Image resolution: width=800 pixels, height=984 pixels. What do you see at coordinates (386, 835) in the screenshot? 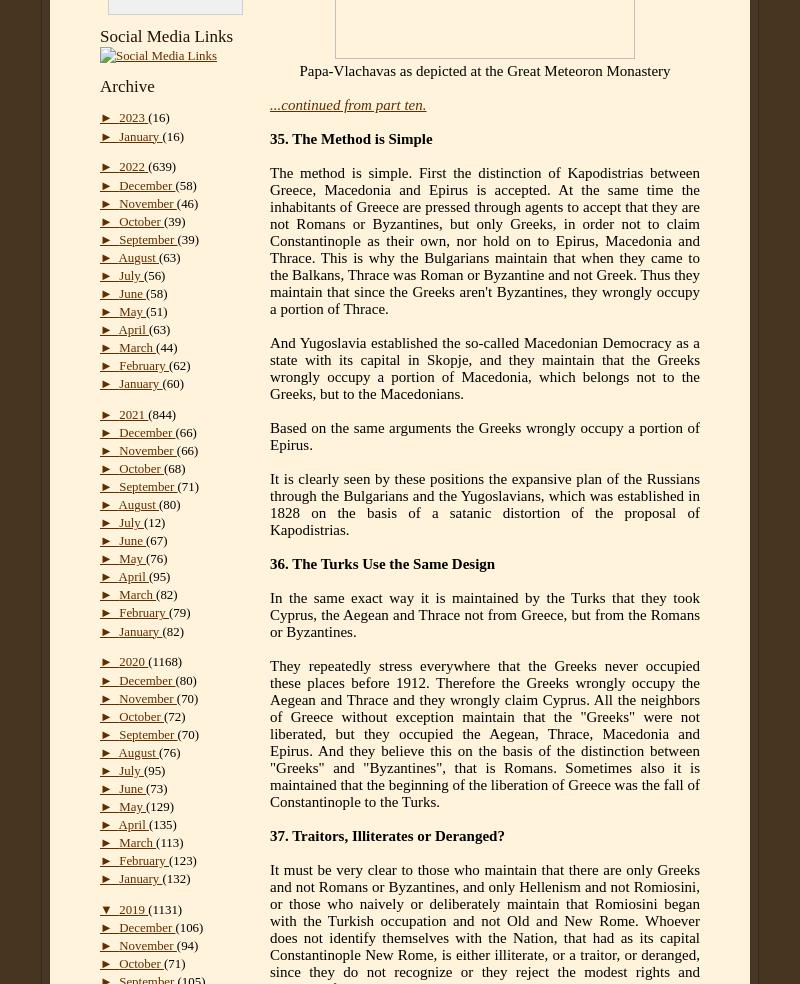
I see `'37. Traitors, Illiterates or Deranged?'` at bounding box center [386, 835].